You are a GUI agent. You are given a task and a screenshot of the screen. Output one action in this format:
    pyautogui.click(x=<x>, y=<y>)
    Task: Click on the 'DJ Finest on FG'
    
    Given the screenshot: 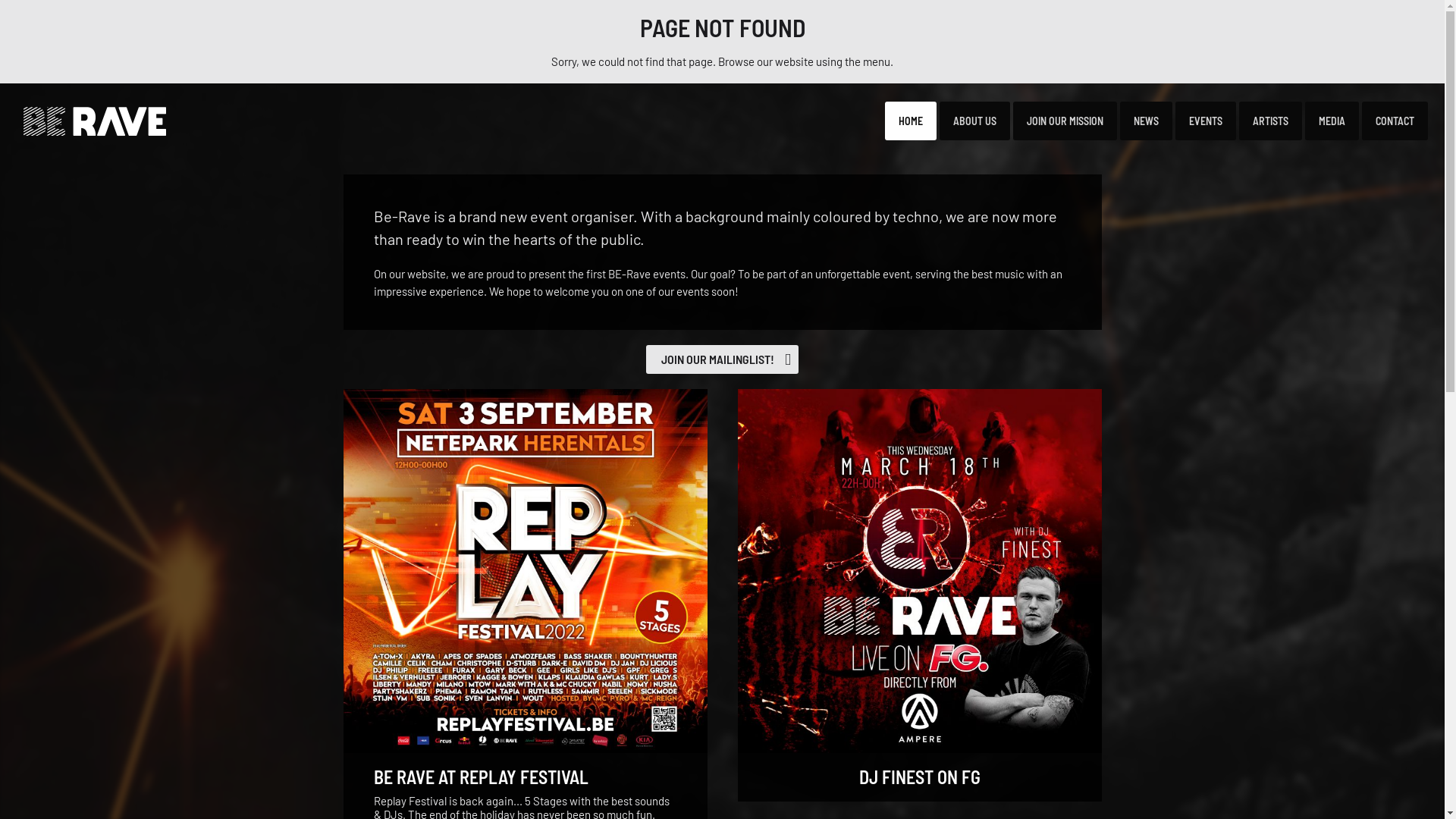 What is the action you would take?
    pyautogui.click(x=918, y=570)
    